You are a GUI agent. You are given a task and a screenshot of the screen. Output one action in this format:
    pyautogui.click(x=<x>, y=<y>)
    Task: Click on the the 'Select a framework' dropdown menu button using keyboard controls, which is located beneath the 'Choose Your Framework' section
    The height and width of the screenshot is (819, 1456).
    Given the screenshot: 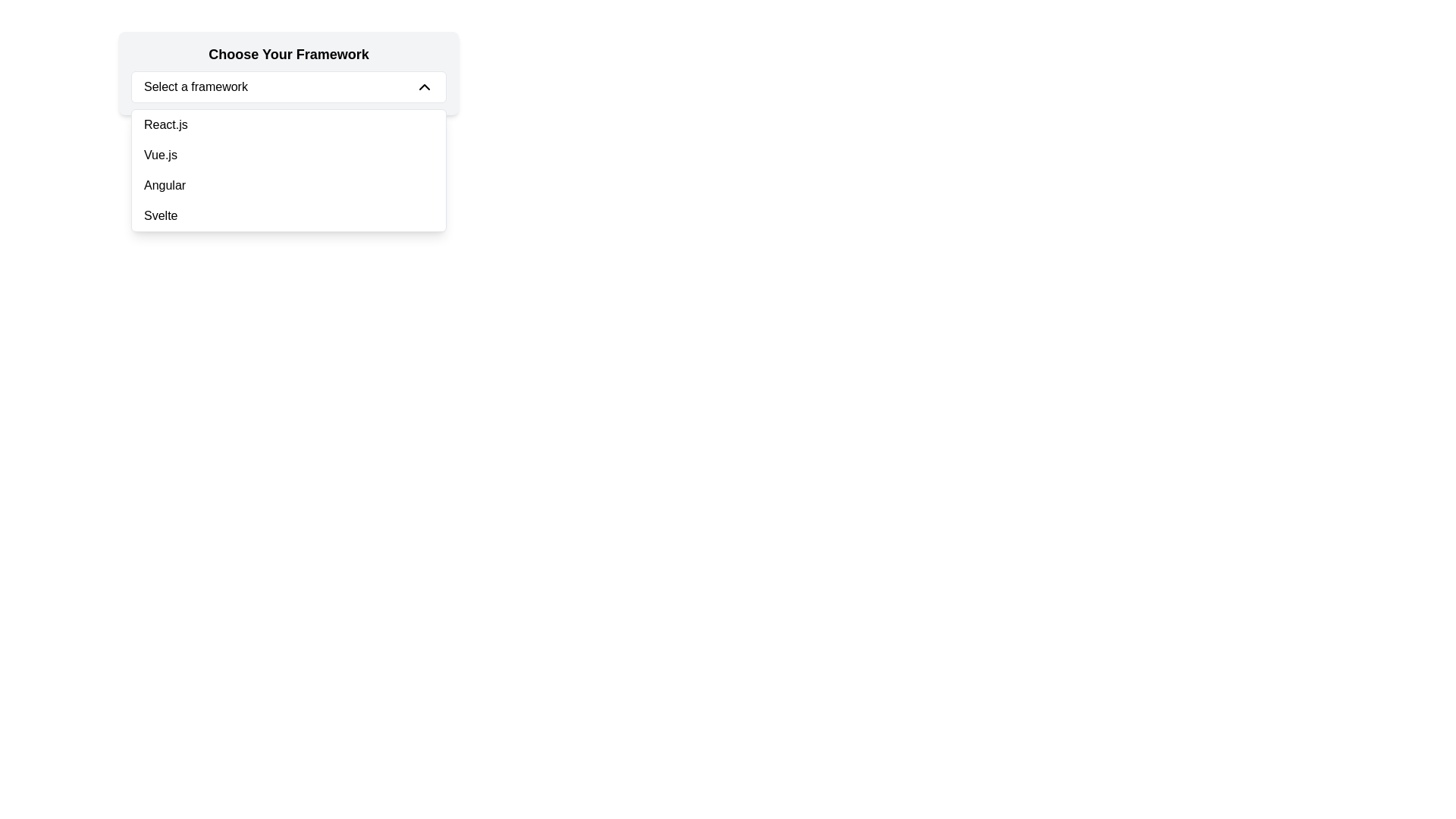 What is the action you would take?
    pyautogui.click(x=288, y=87)
    